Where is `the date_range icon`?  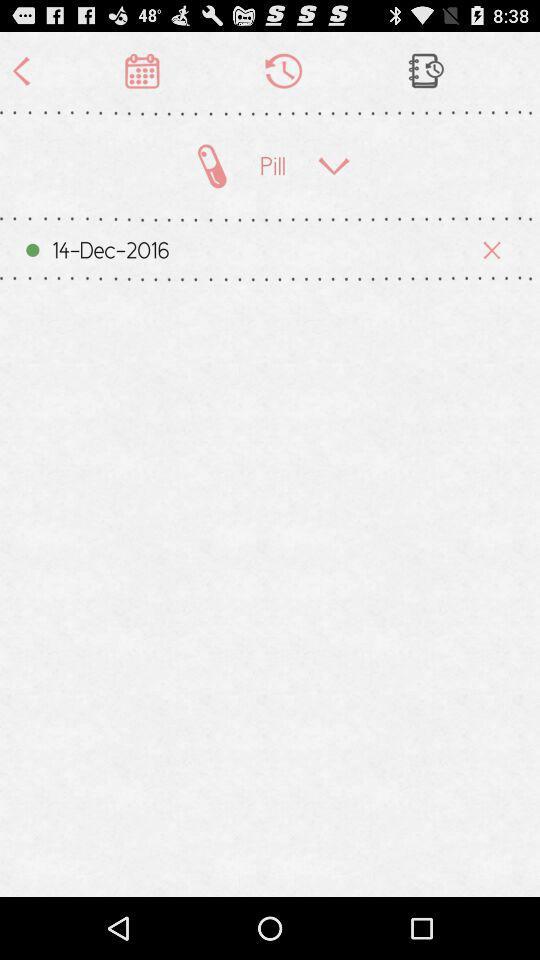 the date_range icon is located at coordinates (141, 75).